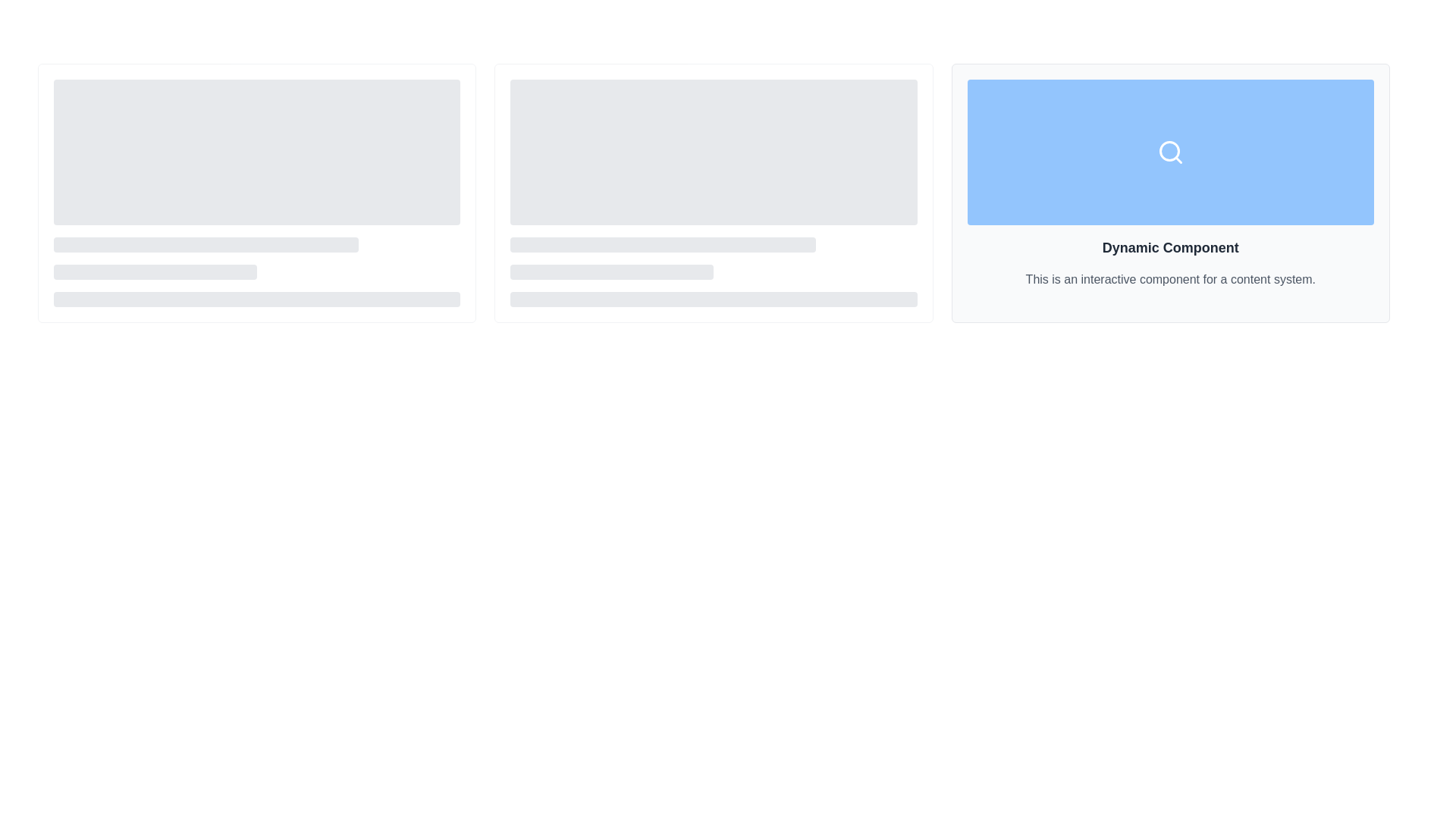 This screenshot has width=1456, height=819. I want to click on the loading animation of the second card in a row of three, which serves as a placeholder or loading indicator for content, so click(713, 192).